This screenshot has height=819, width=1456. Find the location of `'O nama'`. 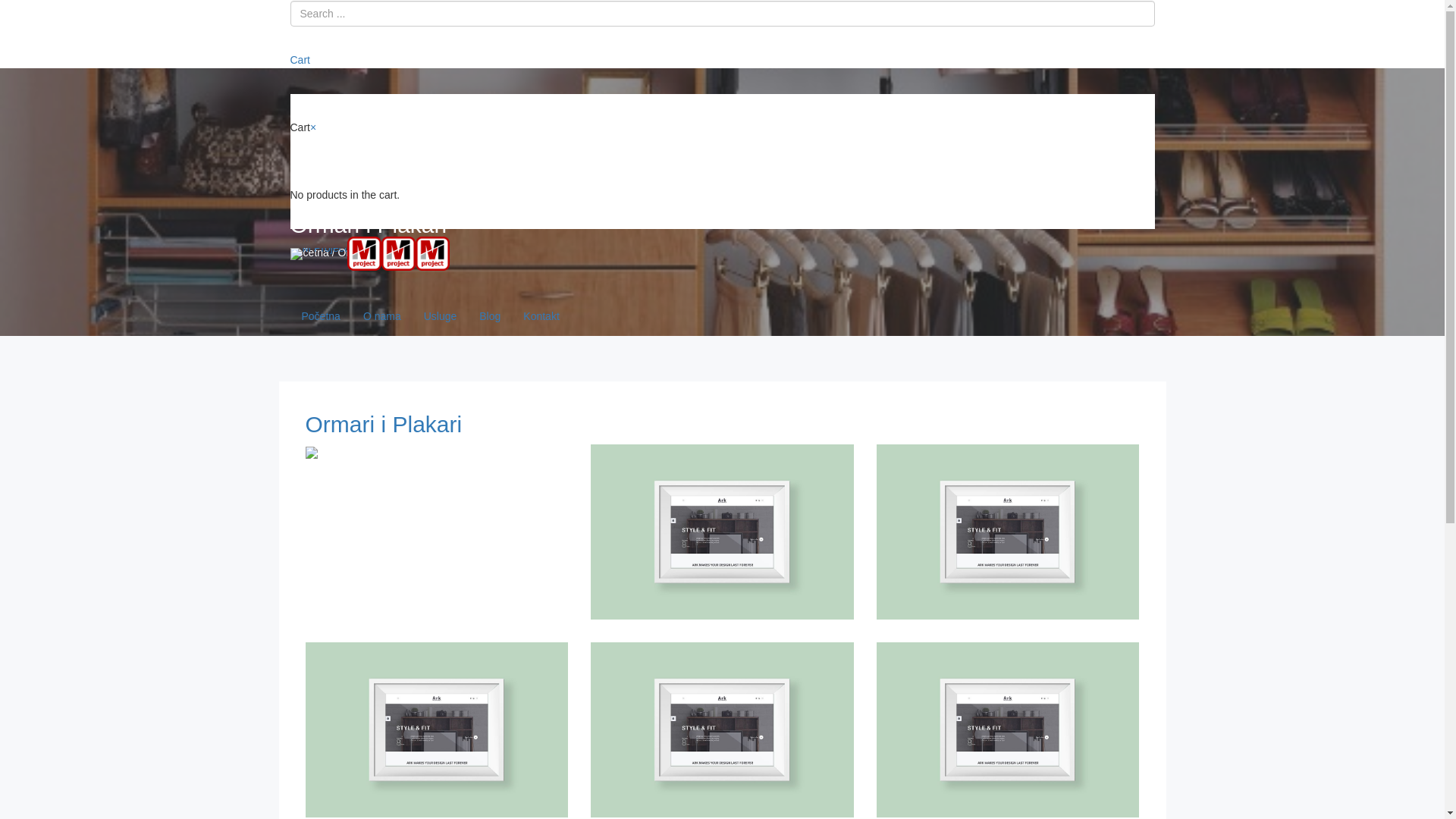

'O nama' is located at coordinates (382, 315).